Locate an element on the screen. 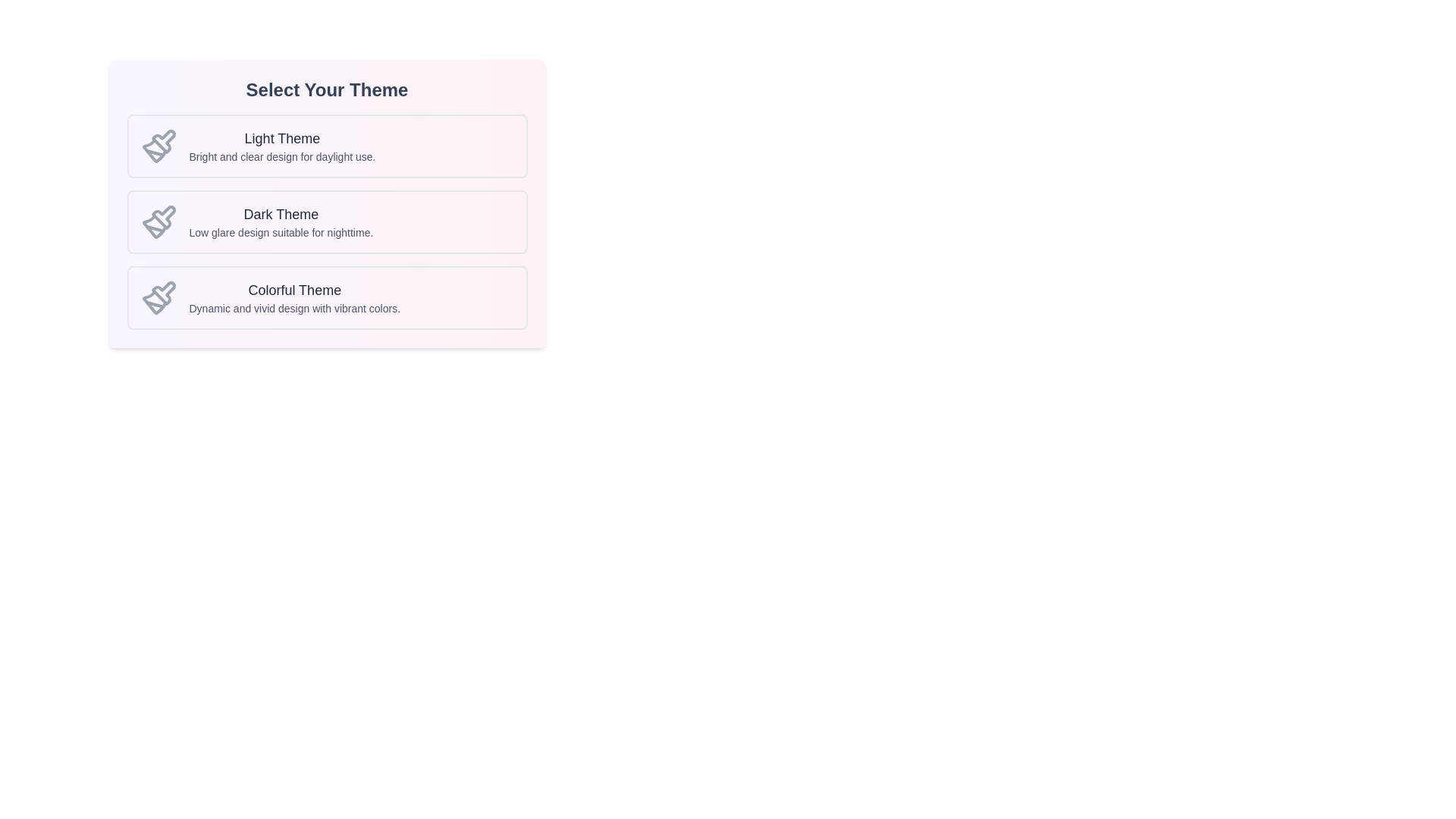 This screenshot has height=819, width=1456. the bold text label 'Select Your Theme', which is styled in dark gray and centered at the top of the theme options section is located at coordinates (326, 90).